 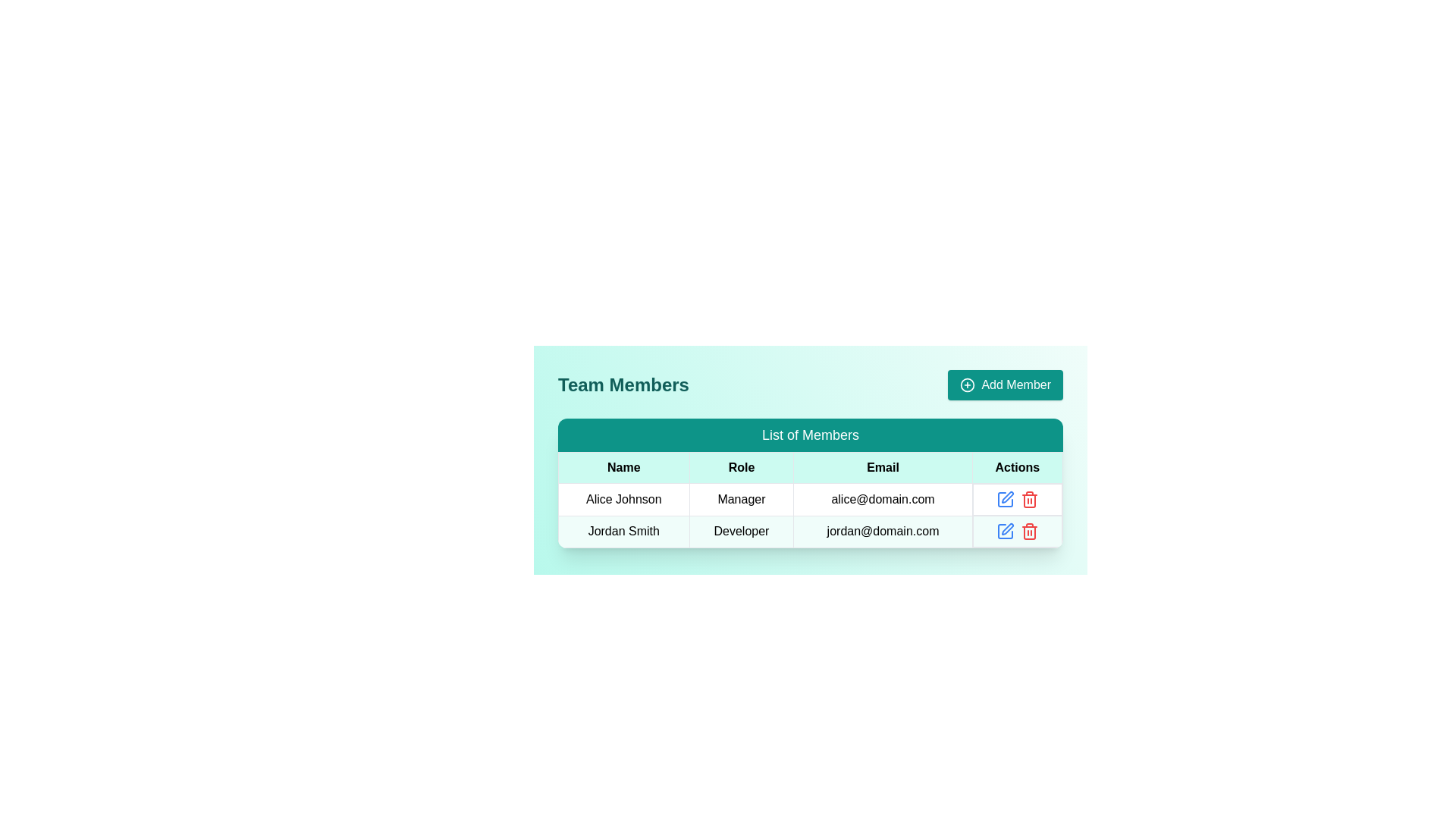 What do you see at coordinates (742, 531) in the screenshot?
I see `the label displaying the text 'Developer', which is part of a team member's role in a tabular layout` at bounding box center [742, 531].